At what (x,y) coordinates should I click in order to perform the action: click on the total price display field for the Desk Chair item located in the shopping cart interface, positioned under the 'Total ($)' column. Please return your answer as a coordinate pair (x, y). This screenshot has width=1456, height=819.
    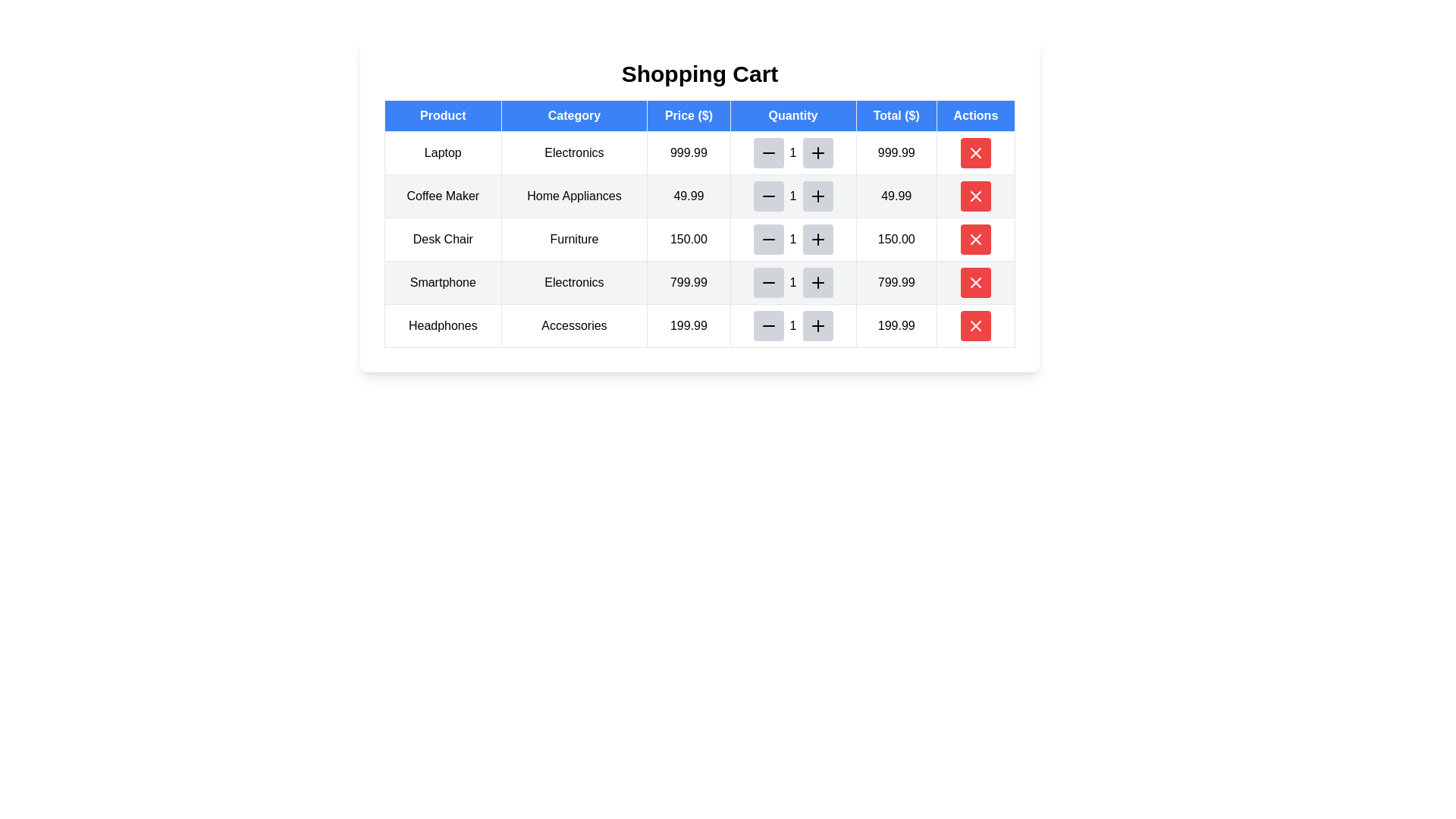
    Looking at the image, I should click on (896, 239).